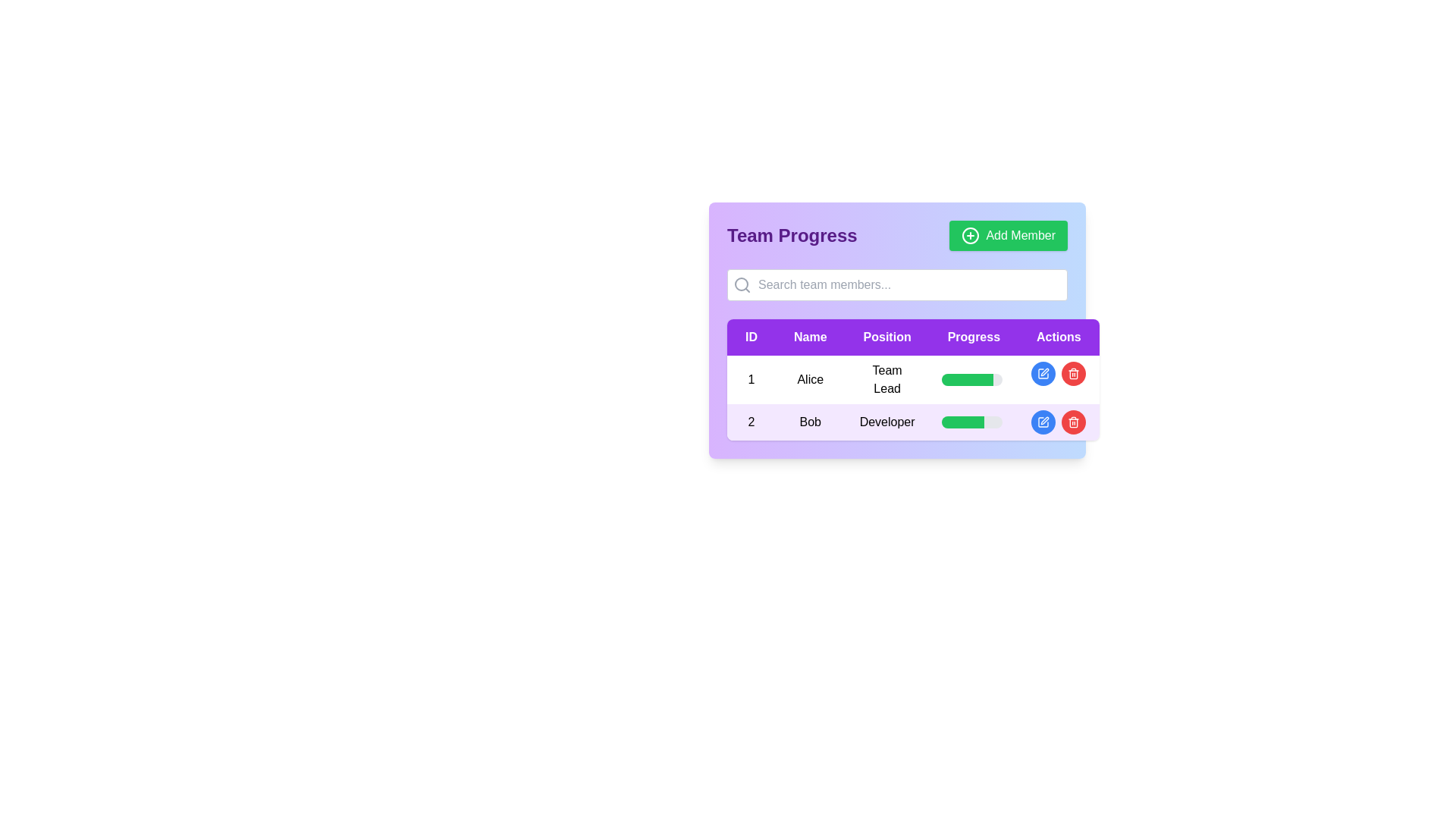  What do you see at coordinates (1073, 423) in the screenshot?
I see `the trash bin icon located in the 'Actions' column of the second row, which is positioned to the right of the 'Edit' button` at bounding box center [1073, 423].